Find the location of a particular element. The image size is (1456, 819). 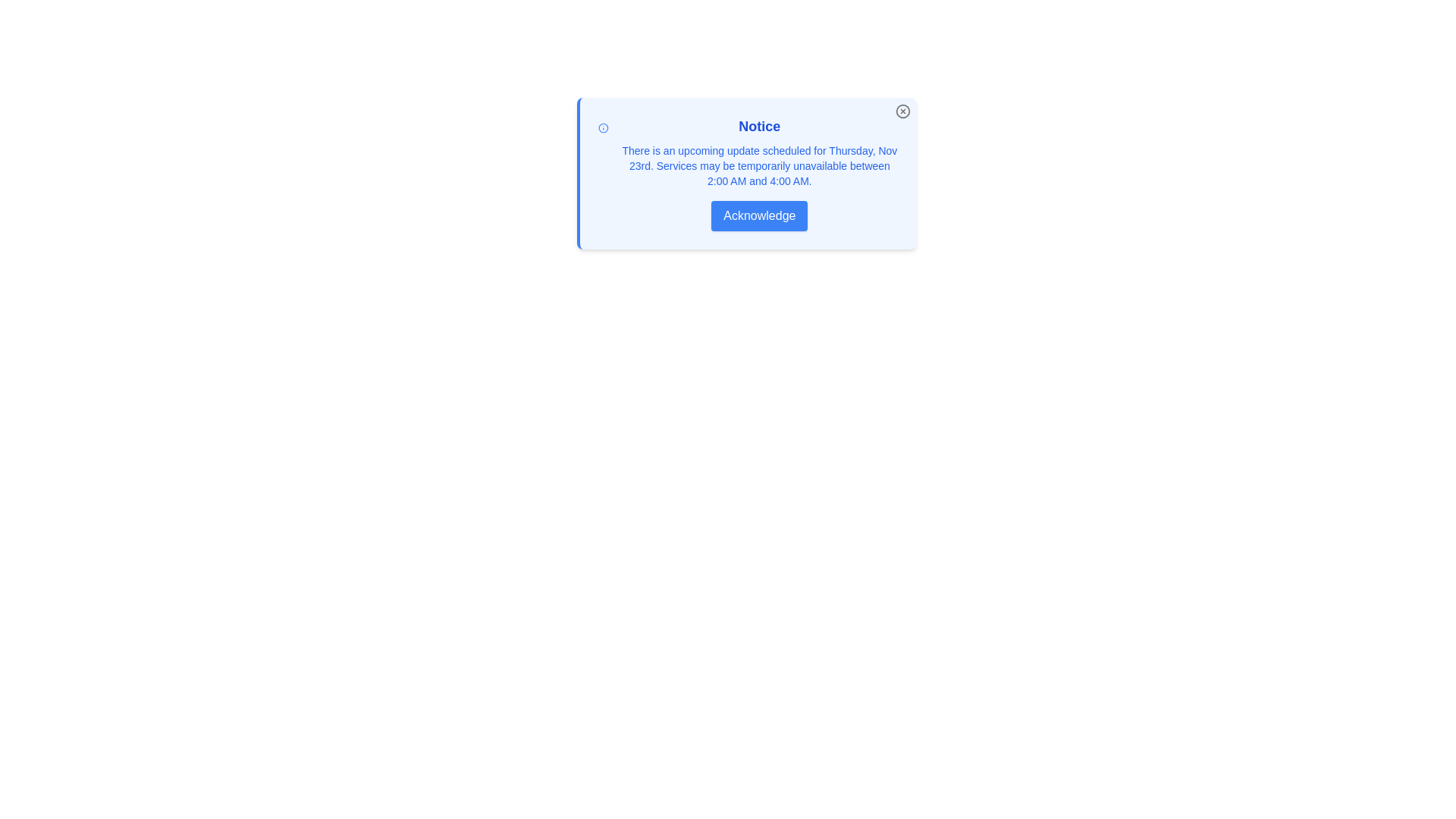

the bold, blue-colored text displaying 'Notice' located at the top of the notification element is located at coordinates (759, 125).